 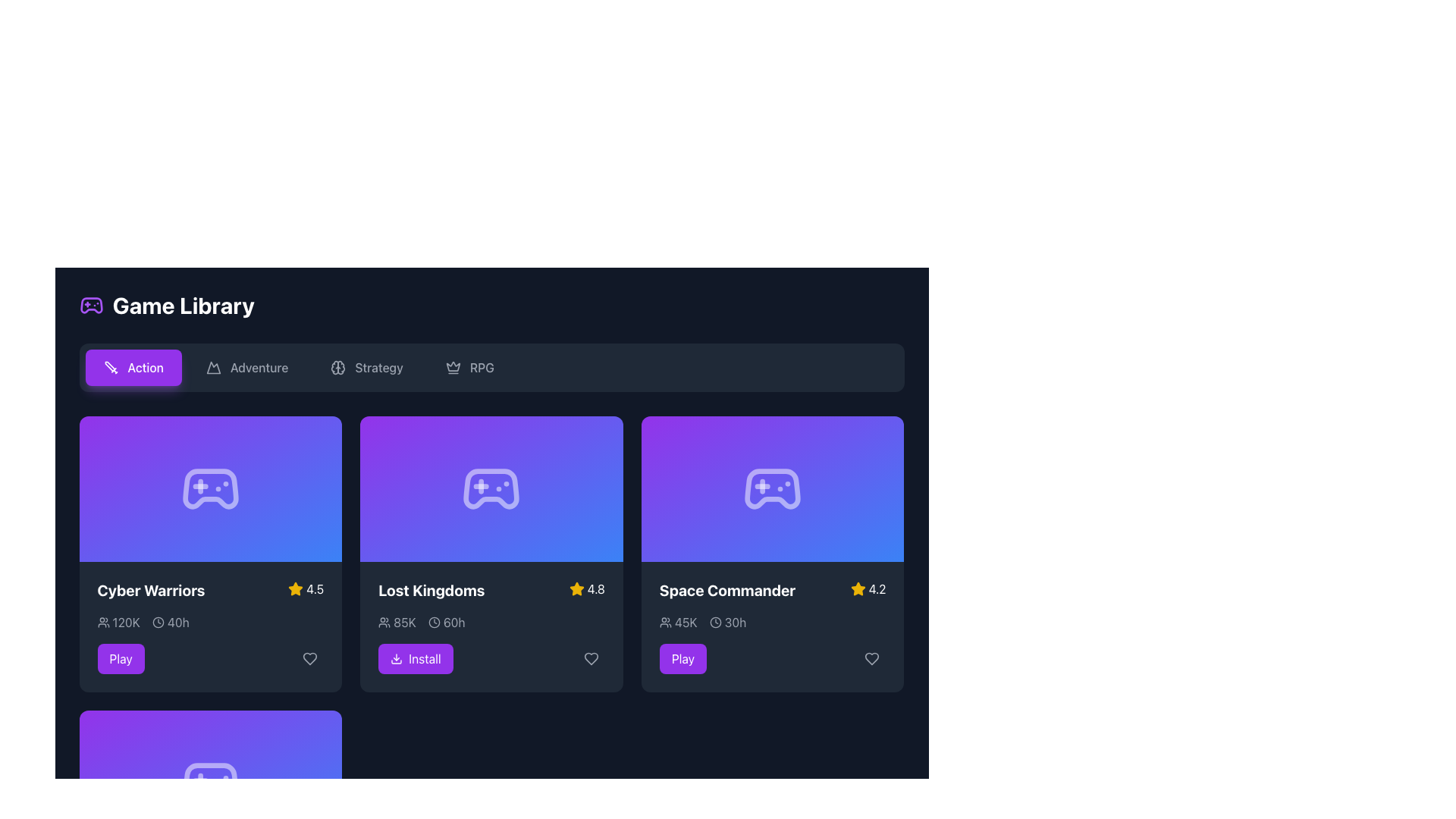 What do you see at coordinates (590, 657) in the screenshot?
I see `the heart-shaped icon at the bottom-right corner of the 'Lost Kingdoms' game card` at bounding box center [590, 657].